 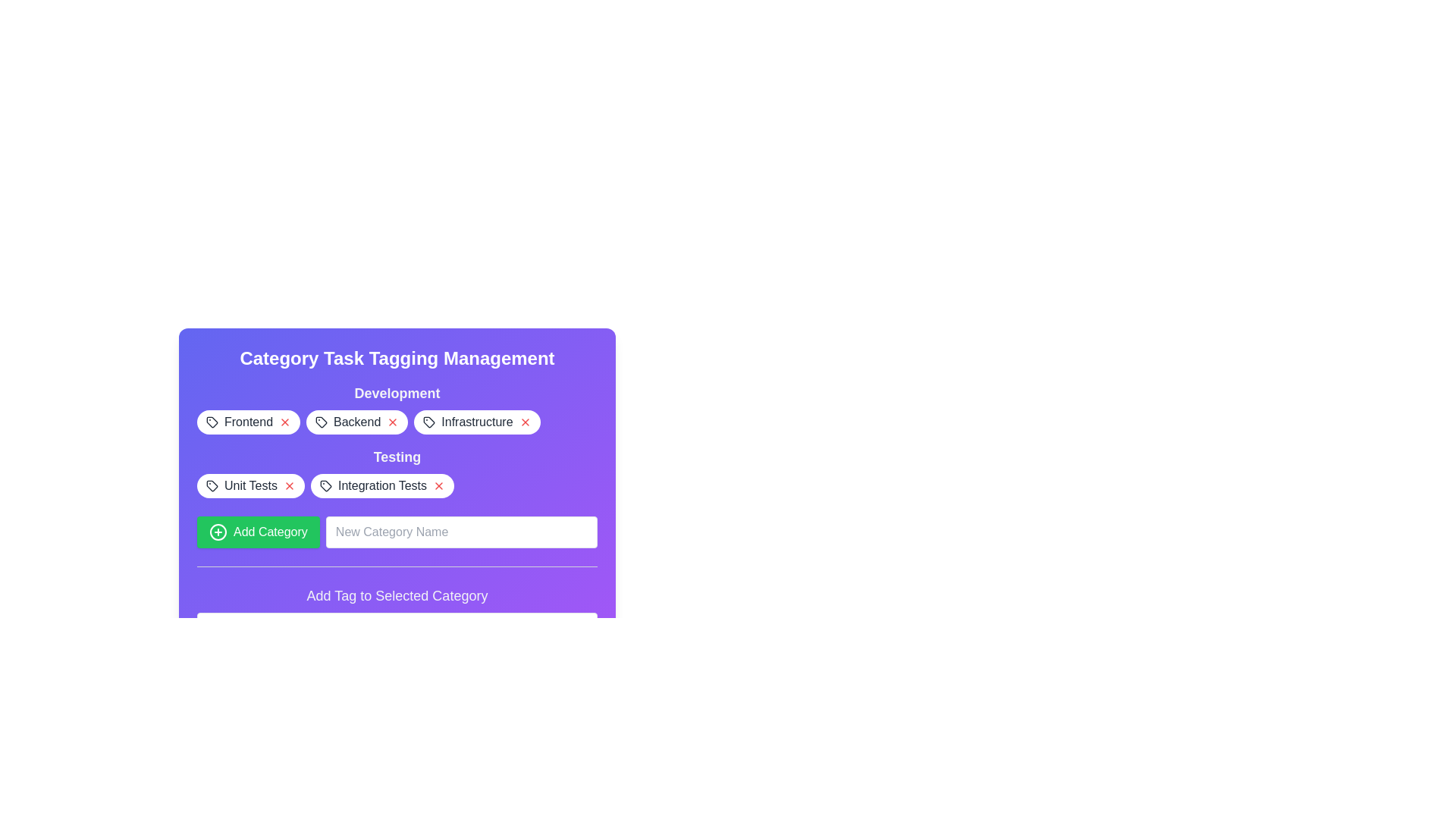 I want to click on the third selectable and removable tag component located under the 'Development' label, so click(x=476, y=422).